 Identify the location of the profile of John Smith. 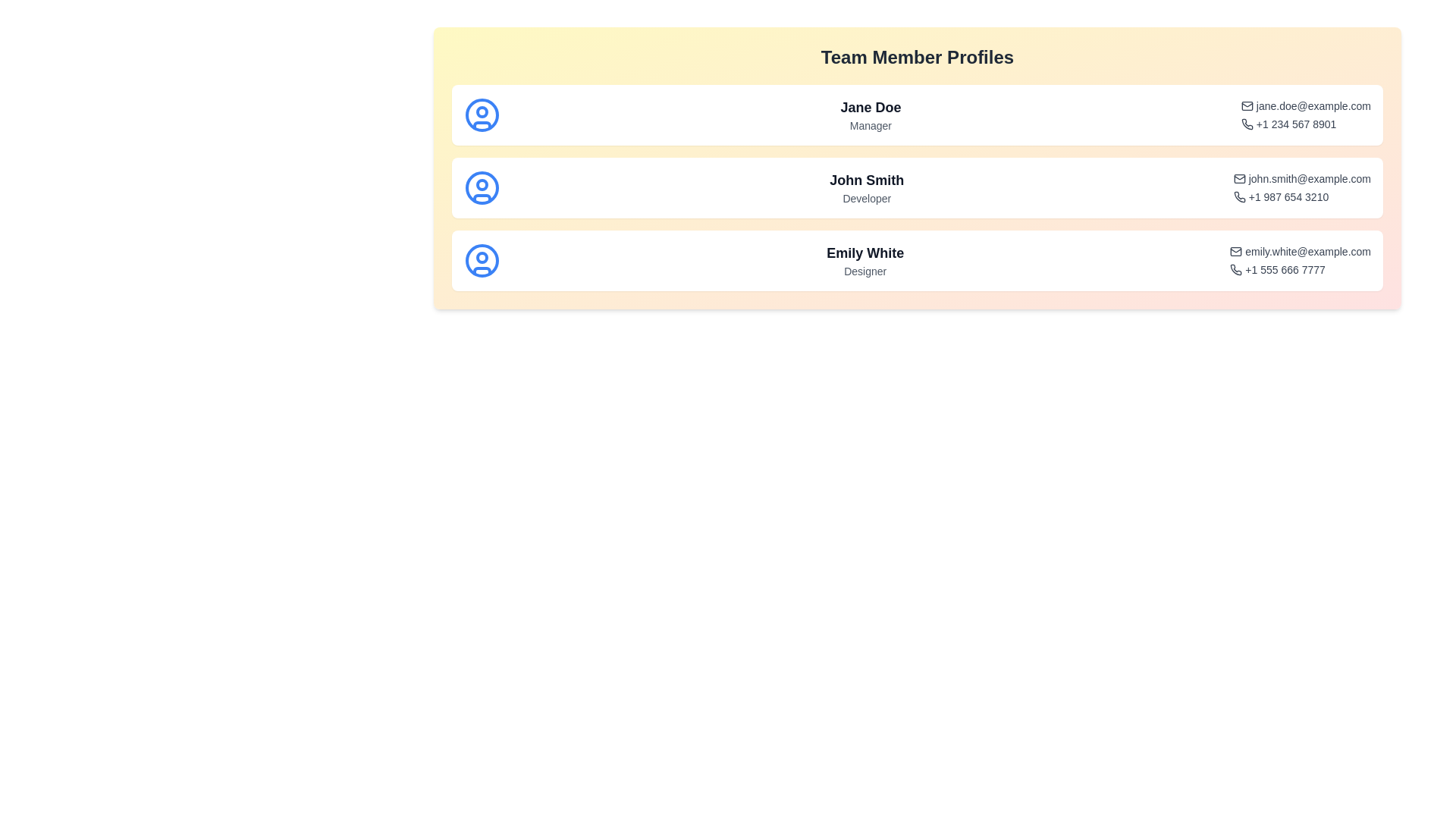
(916, 187).